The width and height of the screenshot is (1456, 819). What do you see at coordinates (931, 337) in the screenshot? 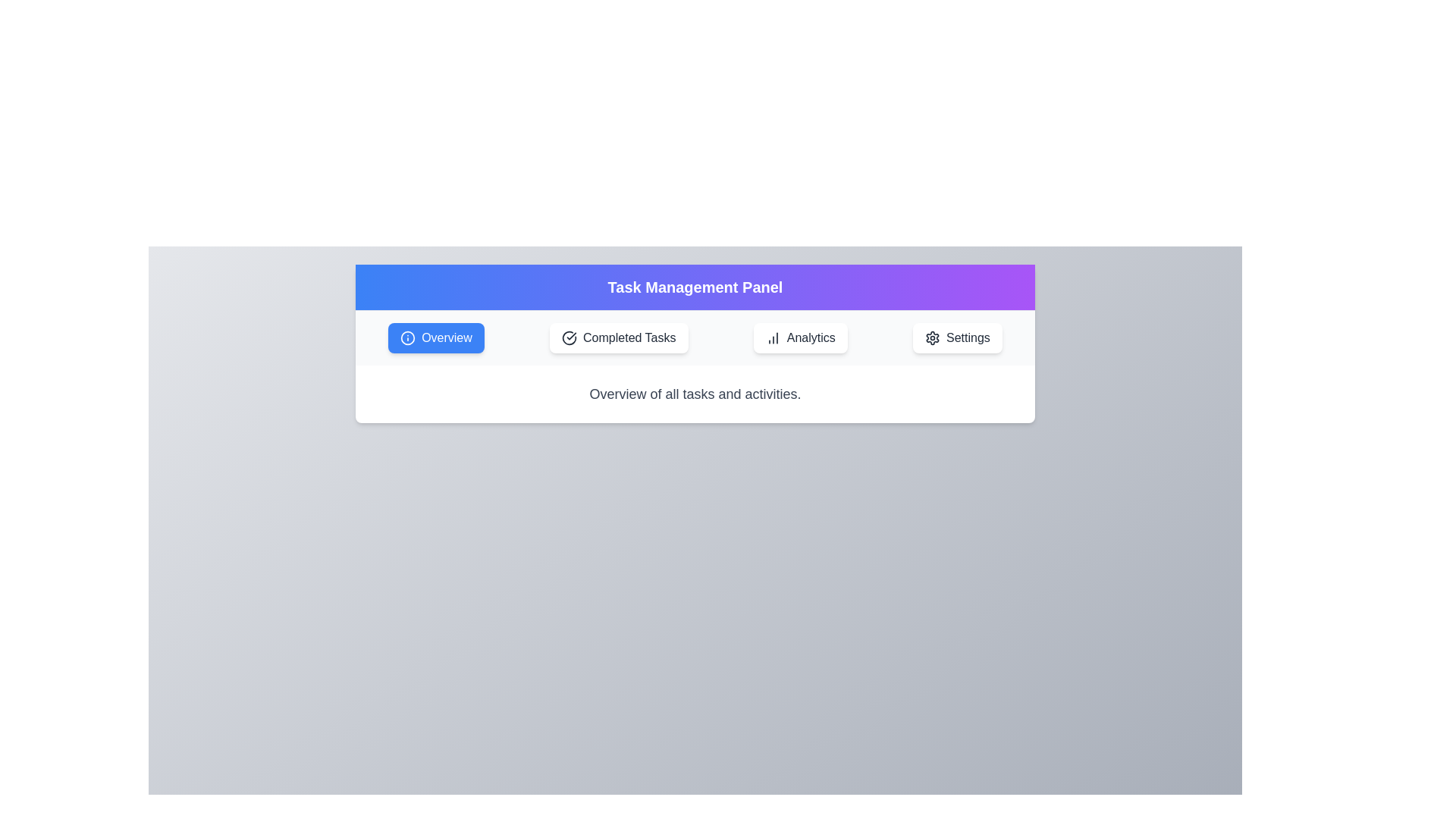
I see `the 'Settings' icon in the navigation panel, which is the fourth button from the left` at bounding box center [931, 337].